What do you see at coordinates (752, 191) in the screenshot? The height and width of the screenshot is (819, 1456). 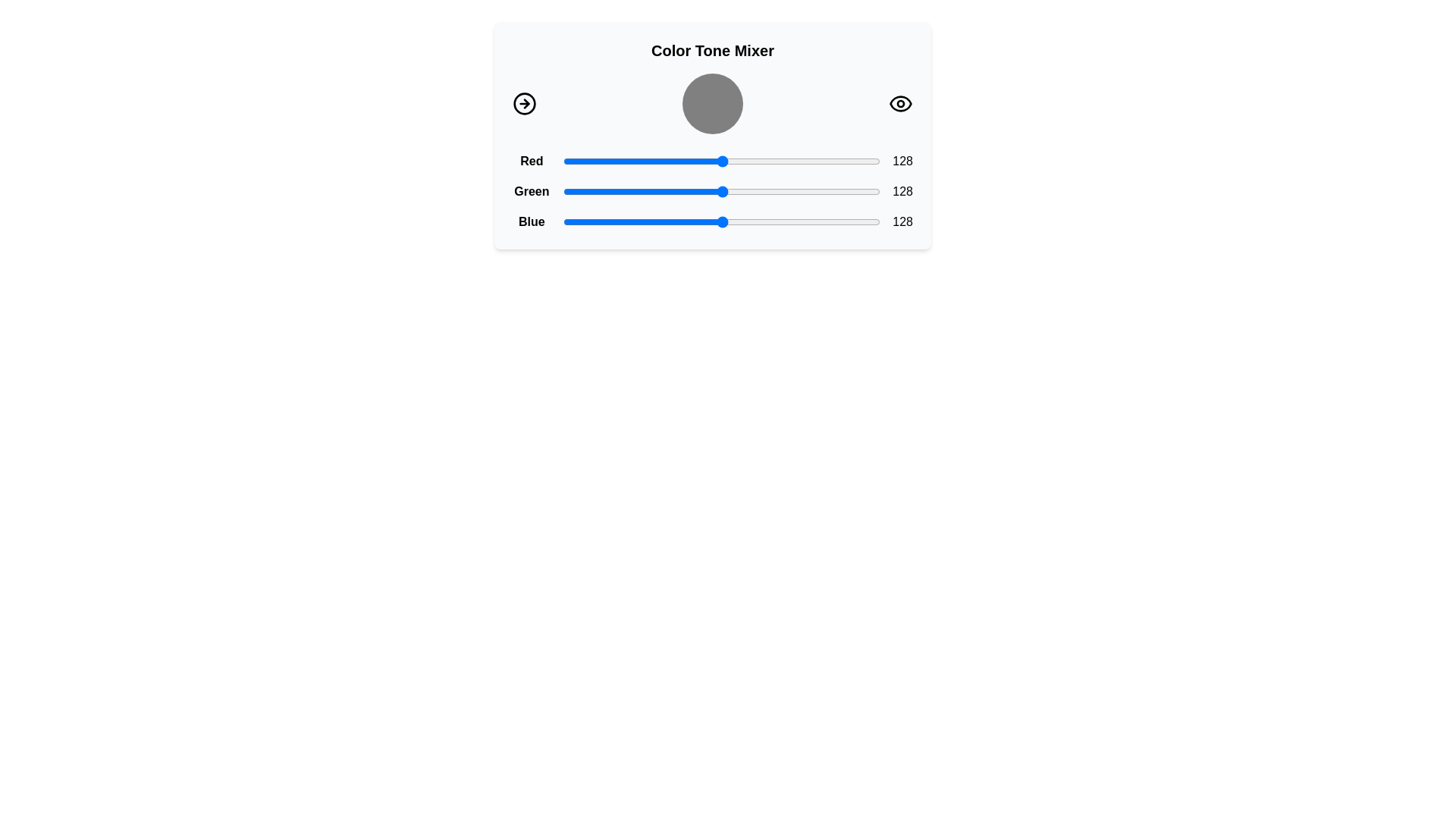 I see `green color intensity` at bounding box center [752, 191].